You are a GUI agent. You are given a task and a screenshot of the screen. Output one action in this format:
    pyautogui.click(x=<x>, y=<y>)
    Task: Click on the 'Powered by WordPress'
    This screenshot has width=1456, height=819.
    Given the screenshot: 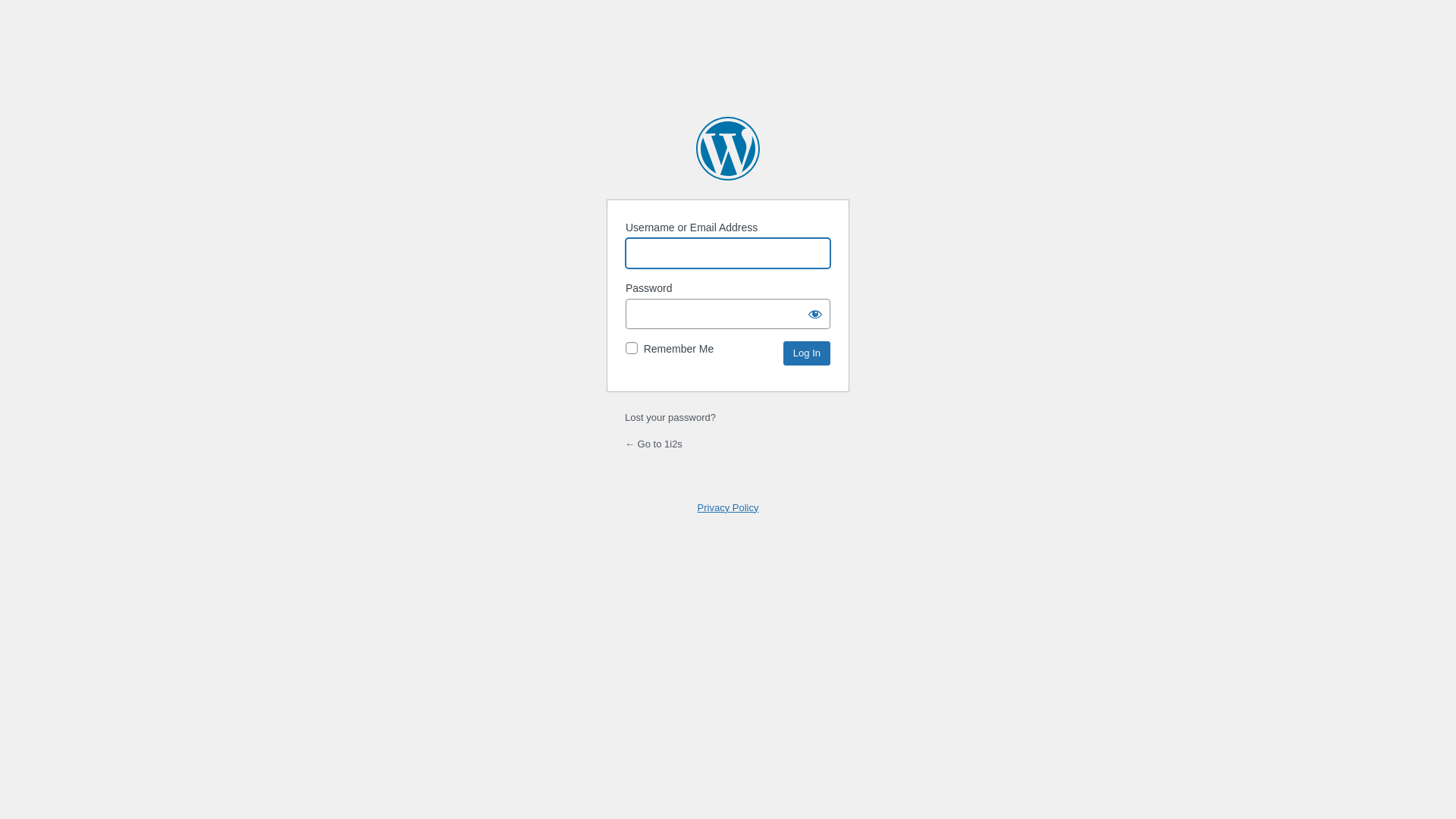 What is the action you would take?
    pyautogui.click(x=695, y=149)
    